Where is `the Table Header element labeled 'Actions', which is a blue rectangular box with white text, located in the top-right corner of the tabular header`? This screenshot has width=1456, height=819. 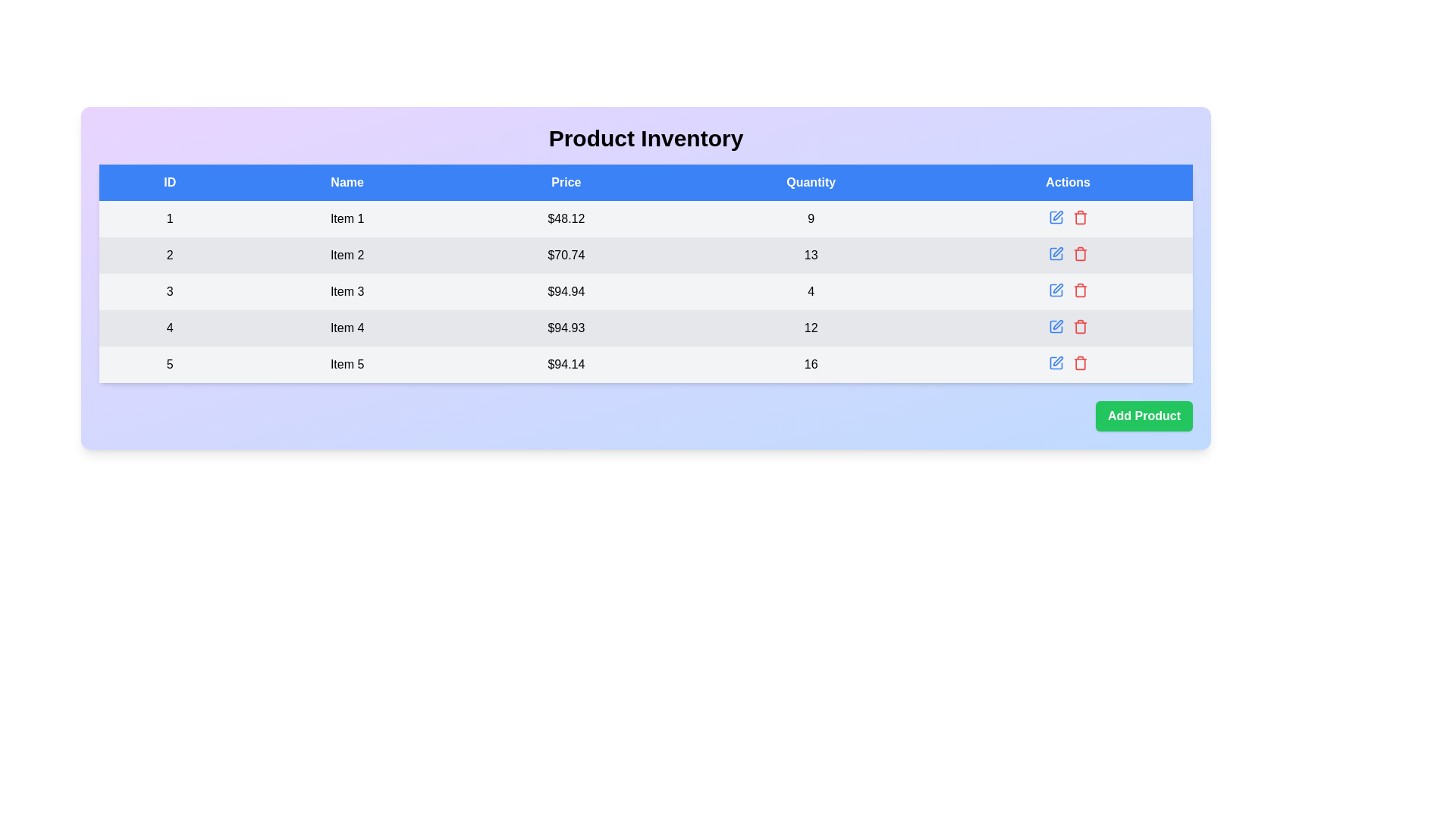 the Table Header element labeled 'Actions', which is a blue rectangular box with white text, located in the top-right corner of the tabular header is located at coordinates (1067, 181).